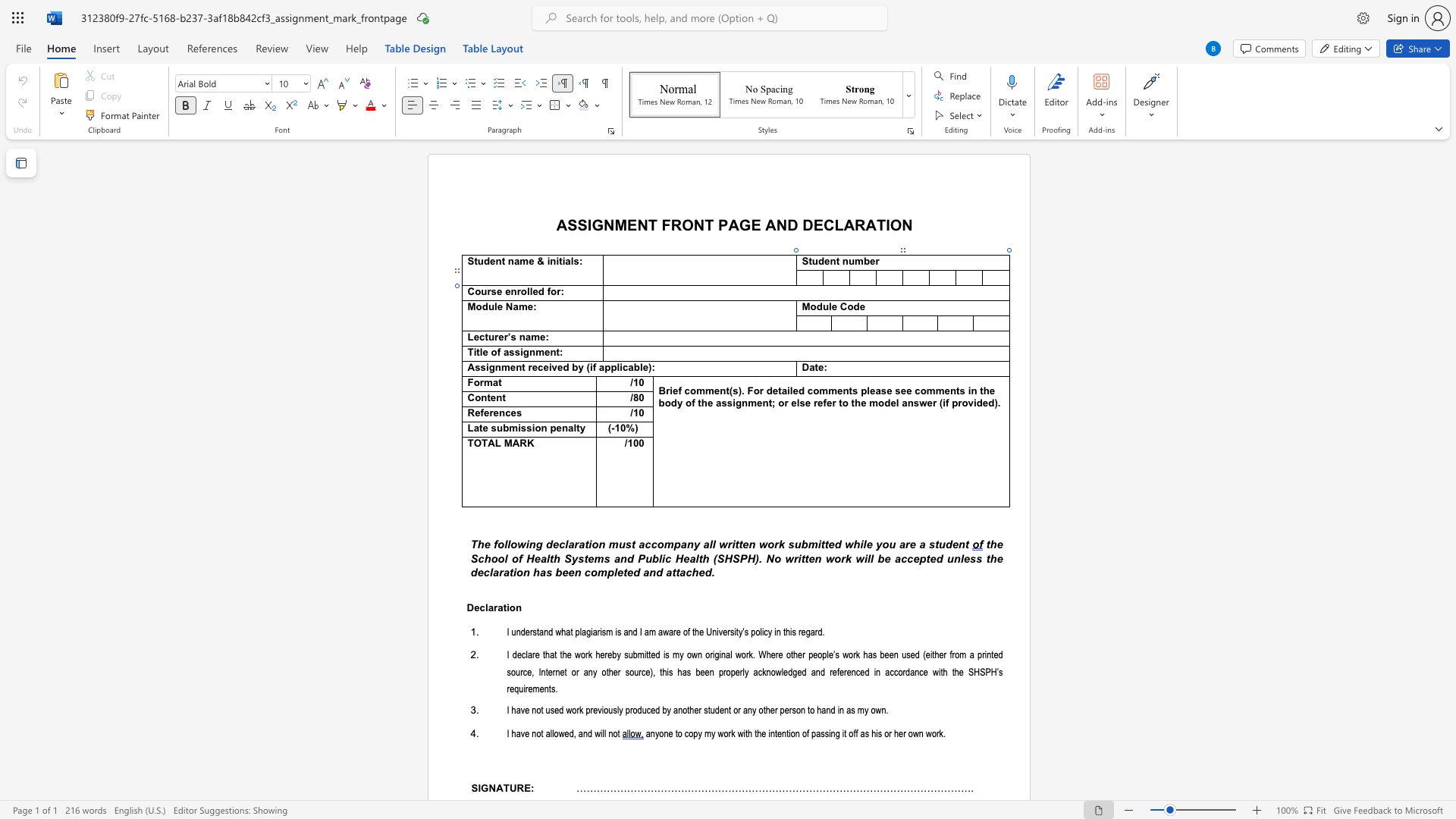 The height and width of the screenshot is (819, 1456). I want to click on the 1th character "u" in the text, so click(483, 292).